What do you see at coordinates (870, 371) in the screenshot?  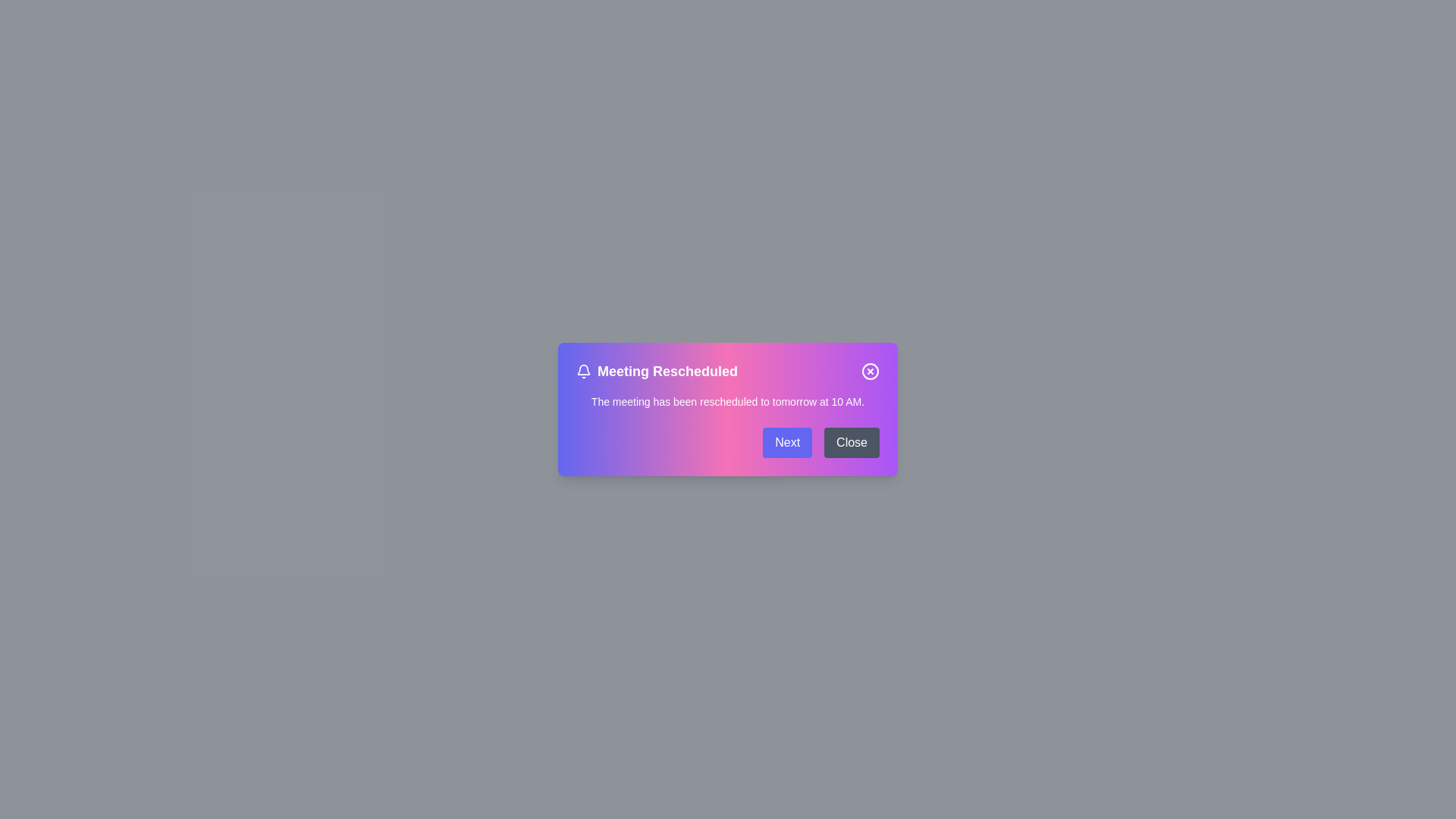 I see `the 'X' button to dismiss the dialog` at bounding box center [870, 371].